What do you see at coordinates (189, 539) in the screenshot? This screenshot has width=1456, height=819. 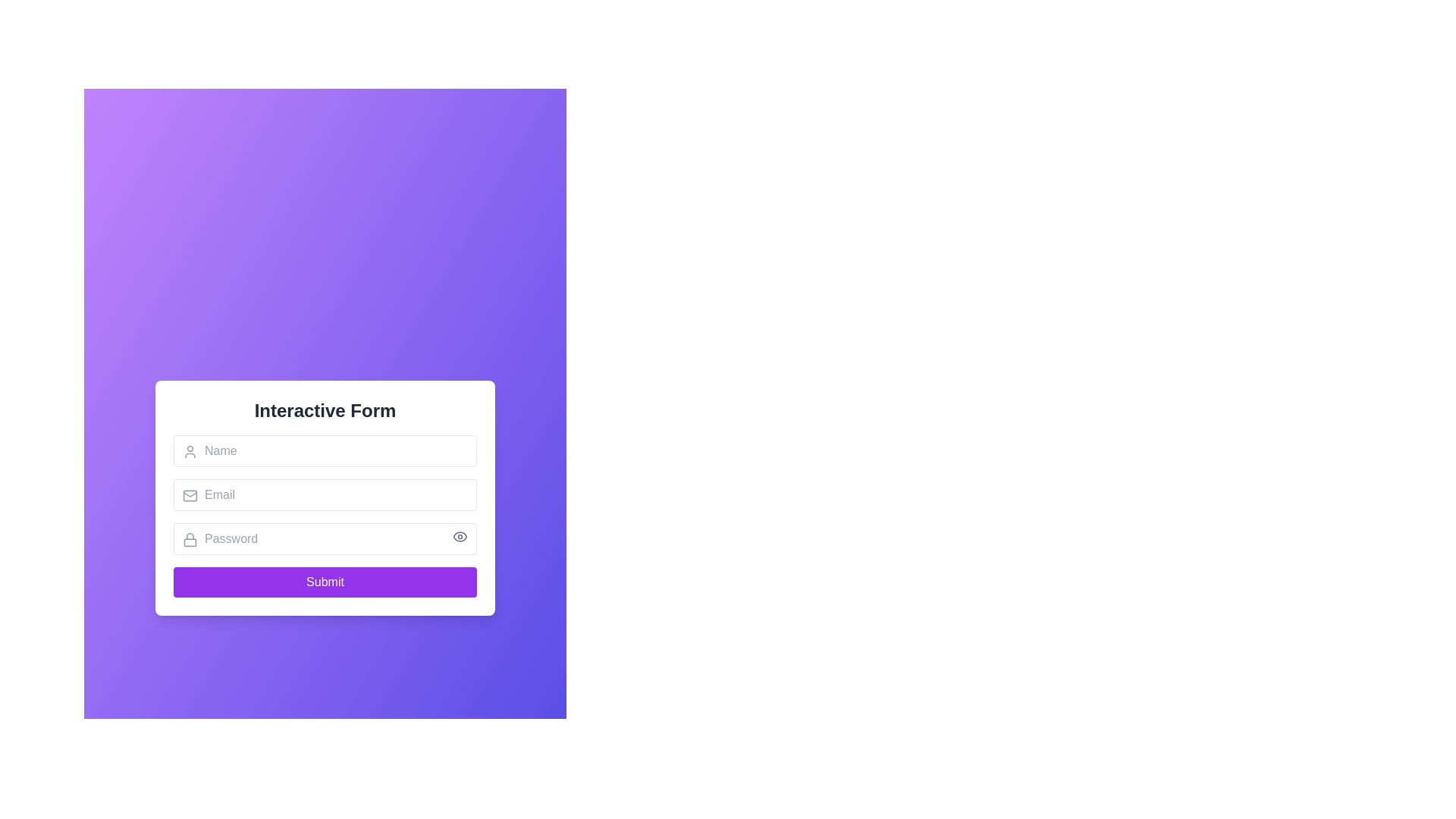 I see `the security icon indicating the password input field, which is positioned to the left of the password input box` at bounding box center [189, 539].